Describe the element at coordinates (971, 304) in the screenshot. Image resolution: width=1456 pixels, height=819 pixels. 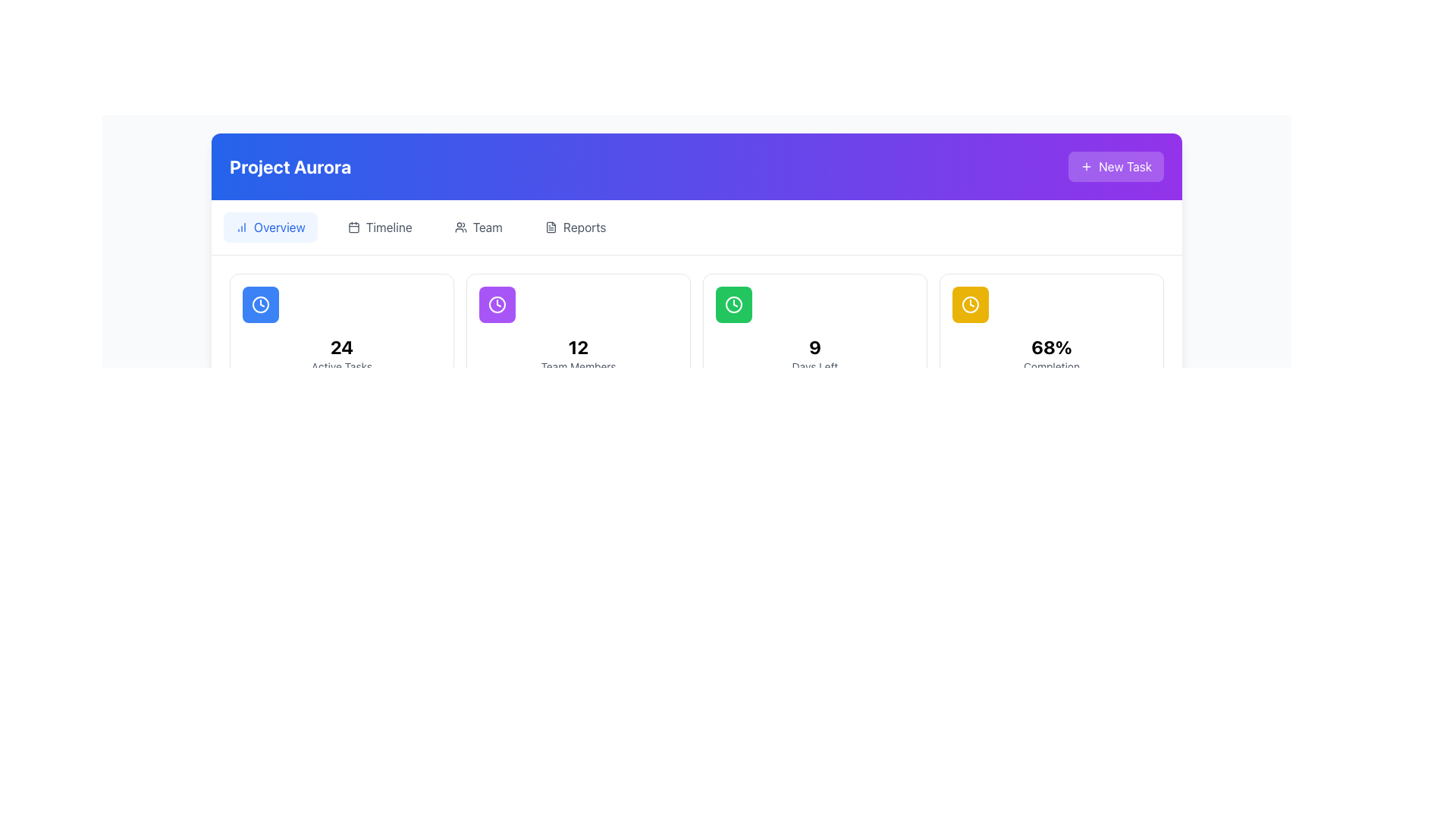
I see `the icon with a background located at the top-left corner of the card labeled '68% Completion', which visually represents a metric related to time or progress` at that location.